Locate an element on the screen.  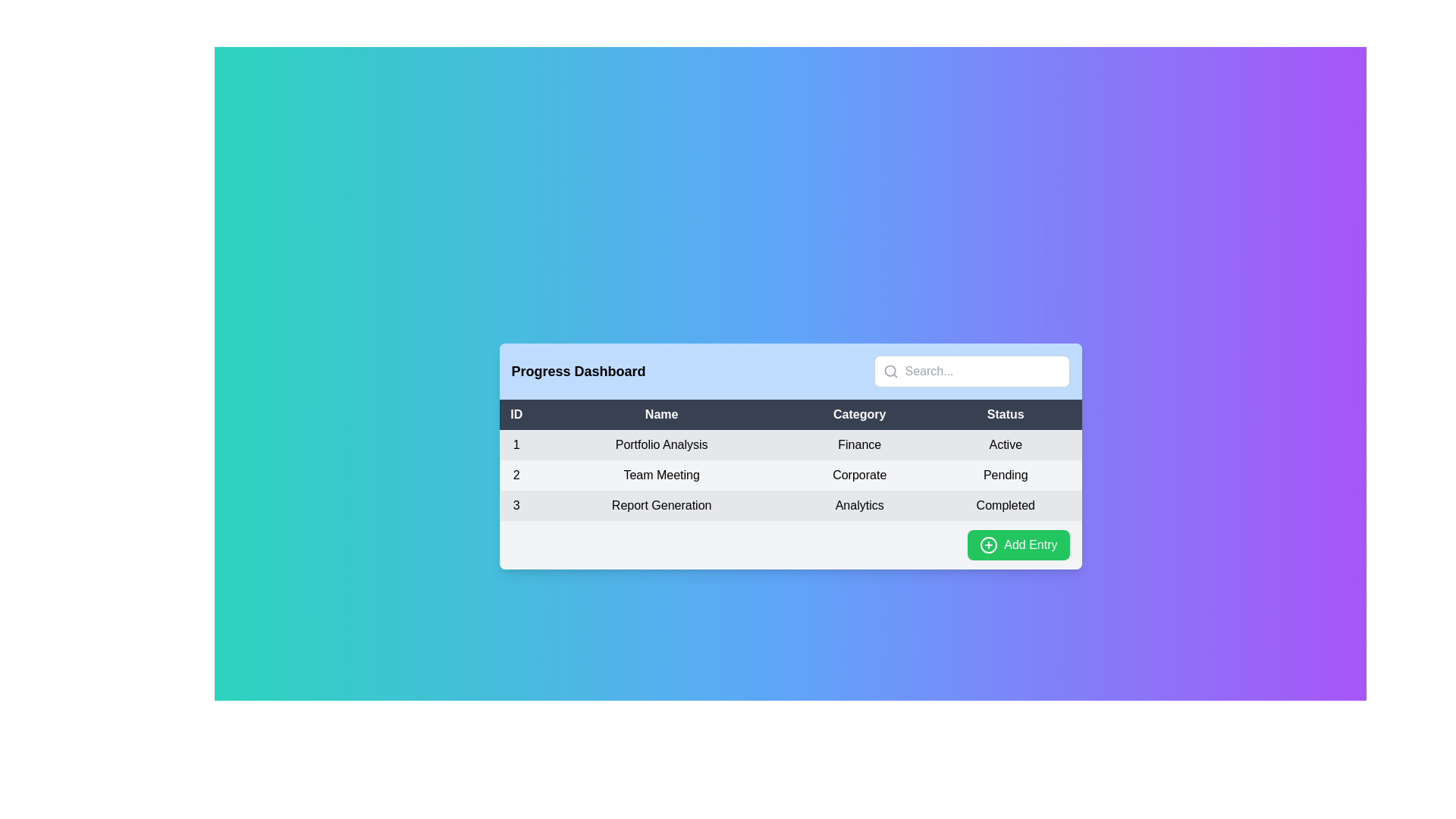
the 'Name' text label in the first row of the table, which is positioned between the 'ID' value '1' and the 'Category' value 'Finance' is located at coordinates (661, 444).